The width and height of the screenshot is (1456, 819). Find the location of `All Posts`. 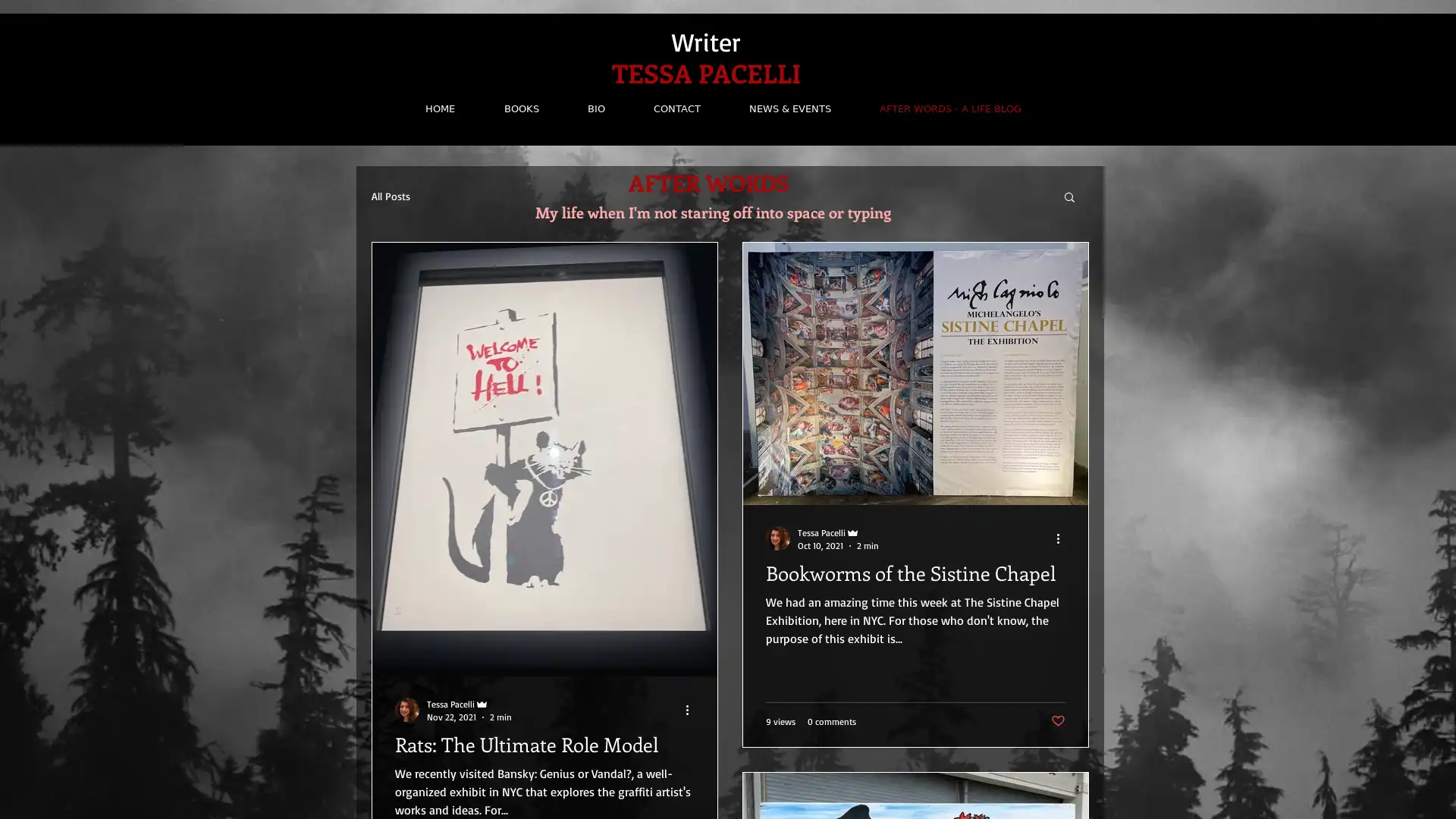

All Posts is located at coordinates (391, 195).